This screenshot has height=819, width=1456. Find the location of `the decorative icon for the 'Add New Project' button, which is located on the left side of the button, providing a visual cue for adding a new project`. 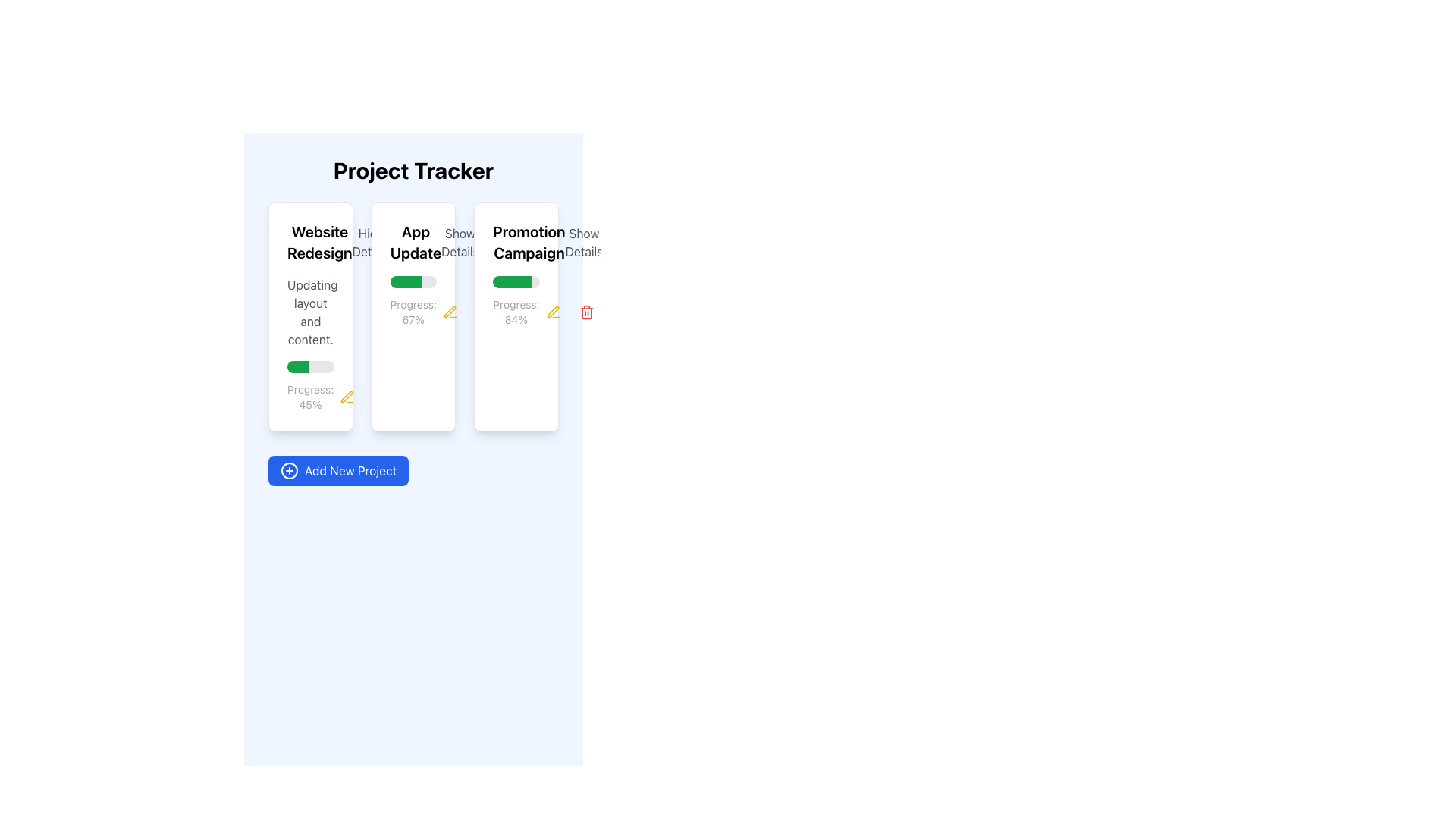

the decorative icon for the 'Add New Project' button, which is located on the left side of the button, providing a visual cue for adding a new project is located at coordinates (290, 470).